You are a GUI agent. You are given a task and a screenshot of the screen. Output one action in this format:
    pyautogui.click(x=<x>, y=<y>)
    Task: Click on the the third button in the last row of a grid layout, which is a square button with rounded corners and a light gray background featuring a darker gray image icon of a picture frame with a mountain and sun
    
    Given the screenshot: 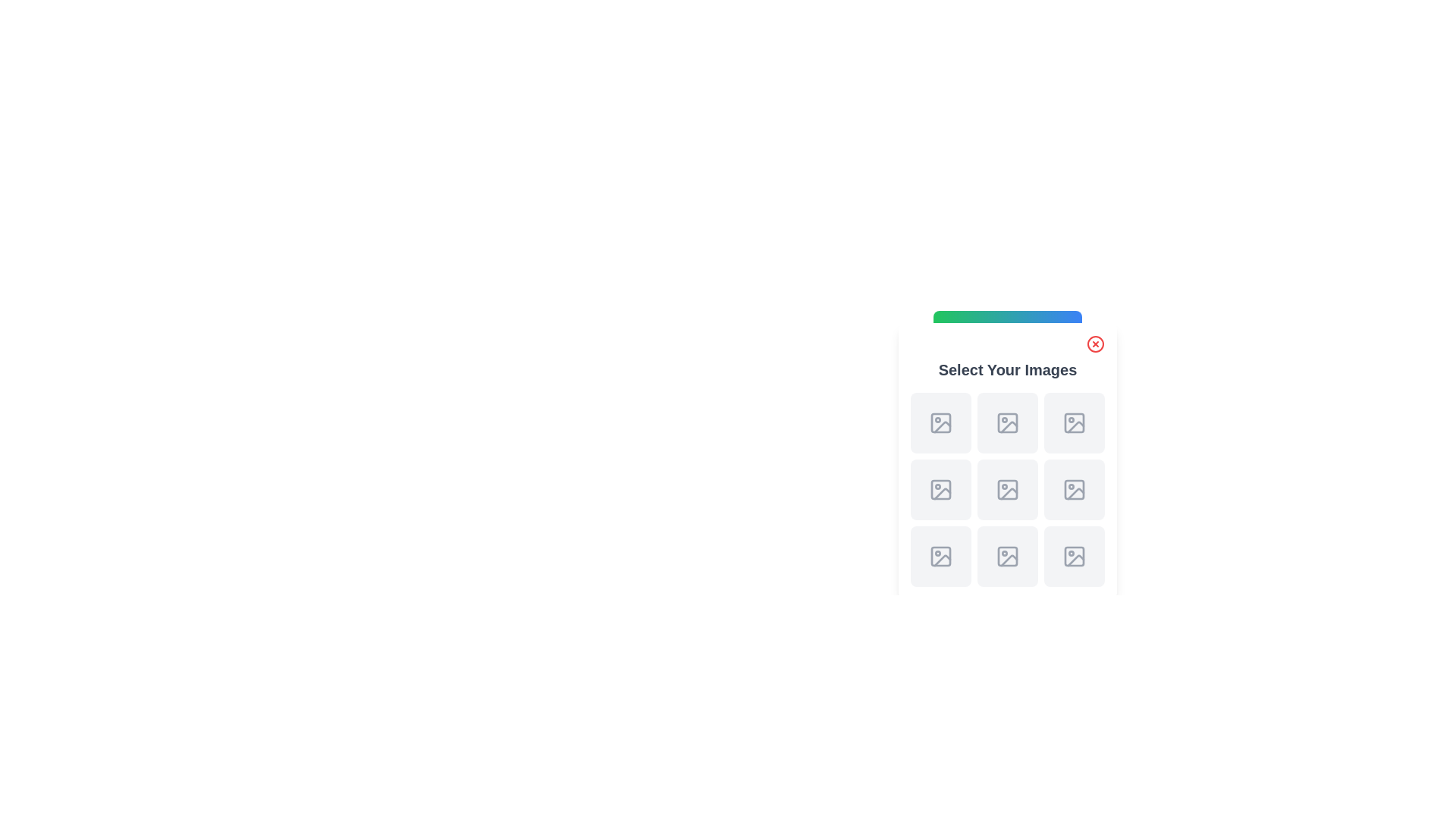 What is the action you would take?
    pyautogui.click(x=1073, y=556)
    